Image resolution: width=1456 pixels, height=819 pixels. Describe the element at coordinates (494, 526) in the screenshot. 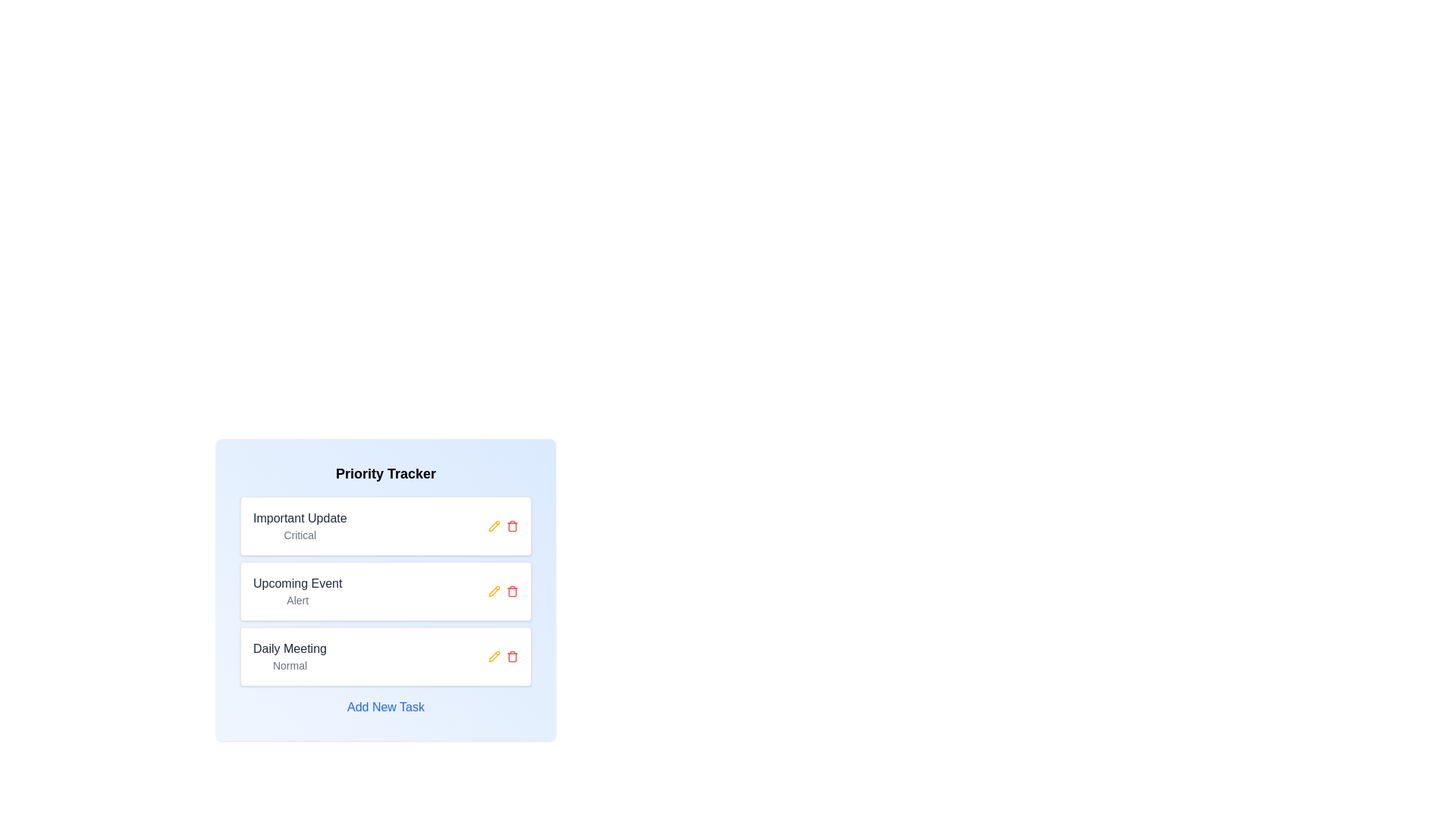

I see `the pencil icon associated with the chip titled Important Update` at that location.